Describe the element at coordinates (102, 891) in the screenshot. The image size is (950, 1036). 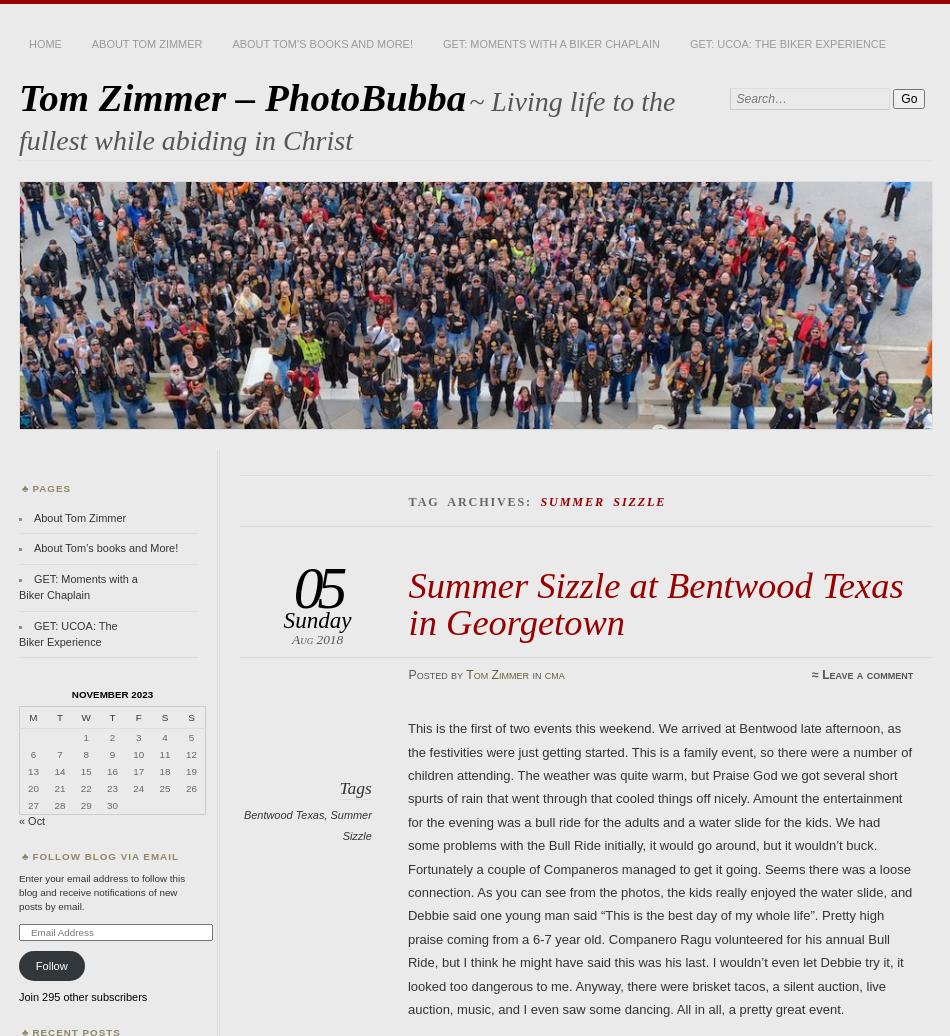
I see `'Enter your email address to follow this blog and receive notifications of new posts by email.'` at that location.